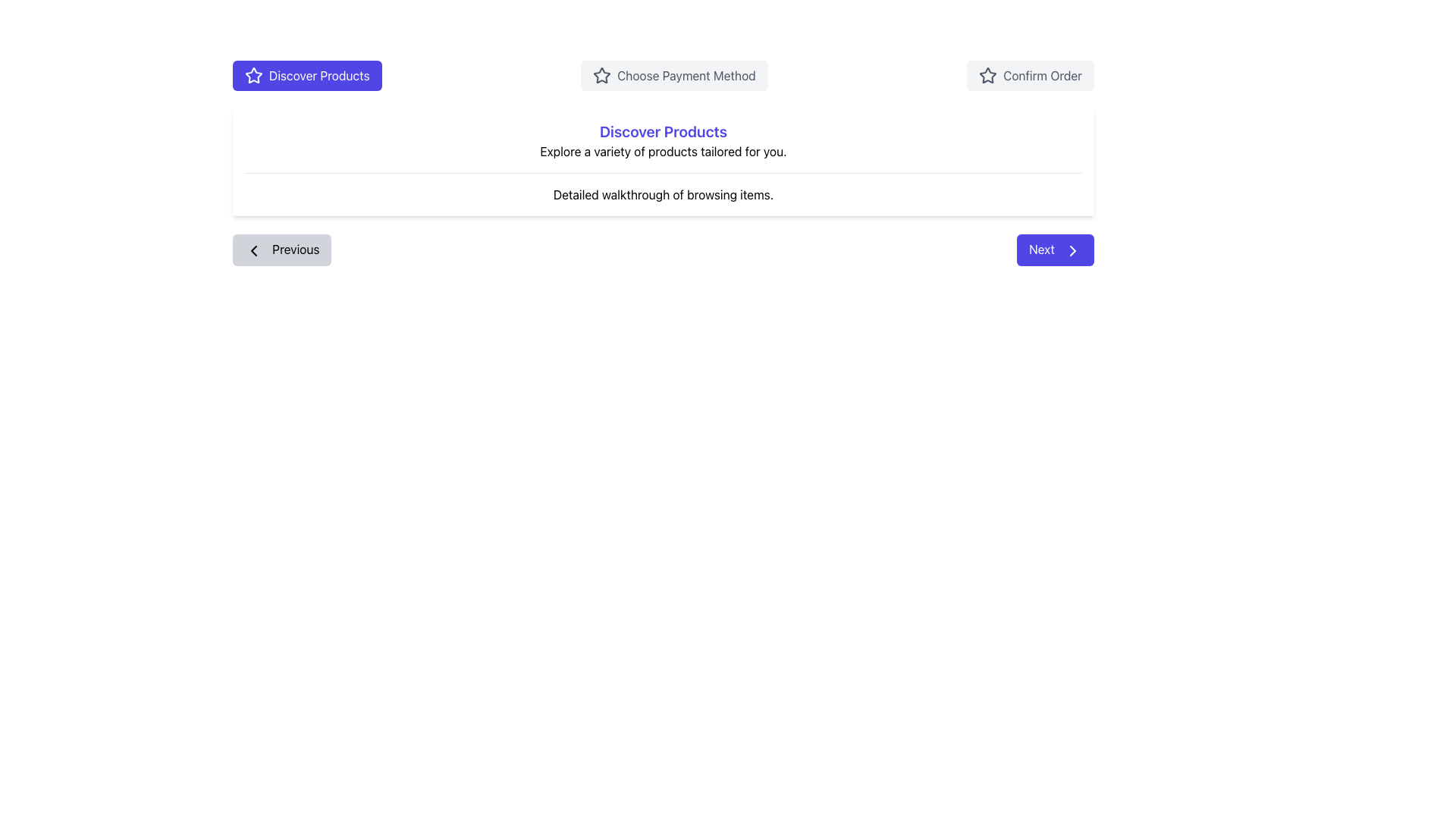 Image resolution: width=1456 pixels, height=819 pixels. What do you see at coordinates (254, 76) in the screenshot?
I see `the star icon located to the left of the 'Discover Products' button, which serves as a visual identifier for the button's purpose` at bounding box center [254, 76].